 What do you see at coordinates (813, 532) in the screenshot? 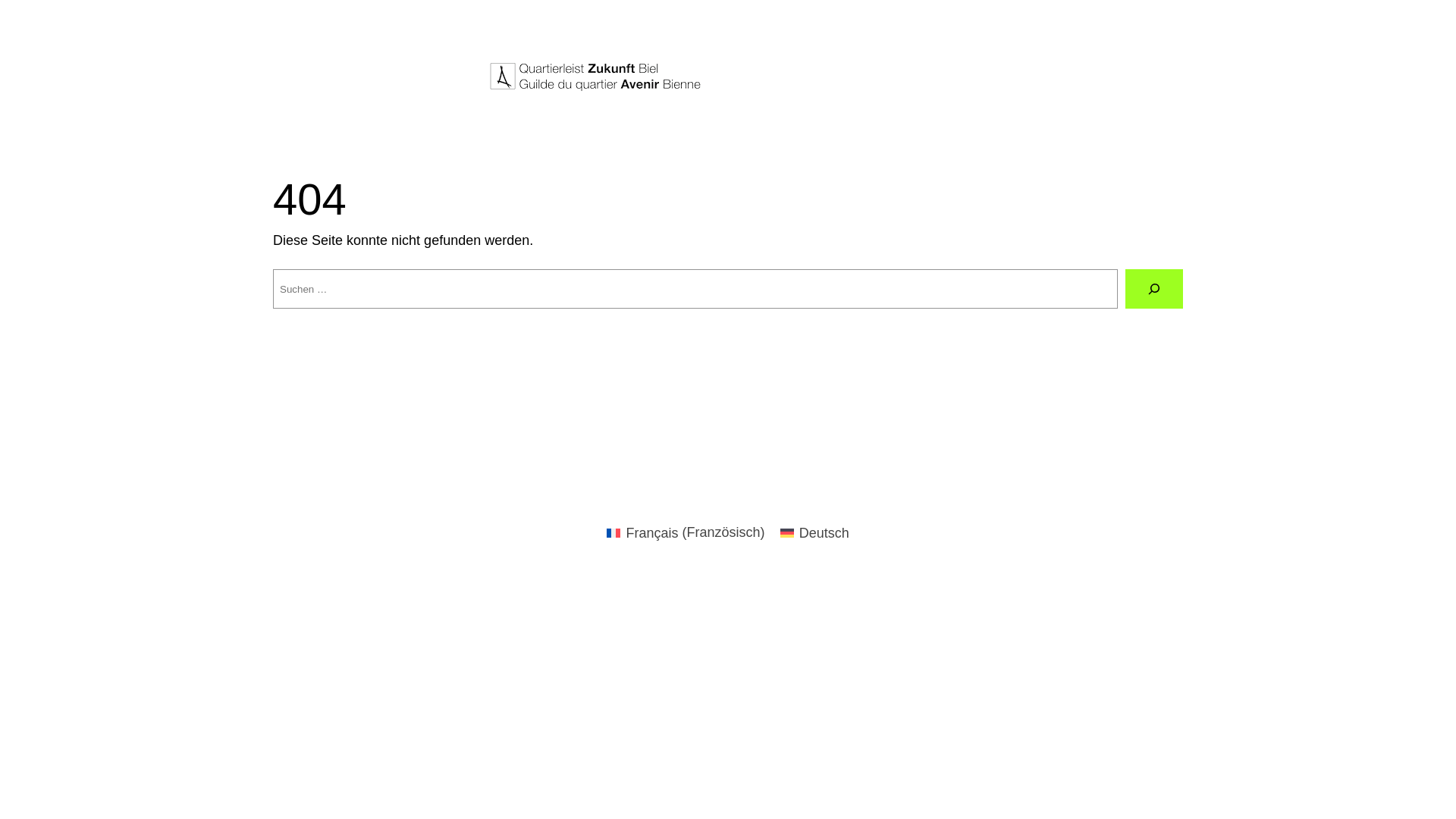
I see `'Deutsch'` at bounding box center [813, 532].